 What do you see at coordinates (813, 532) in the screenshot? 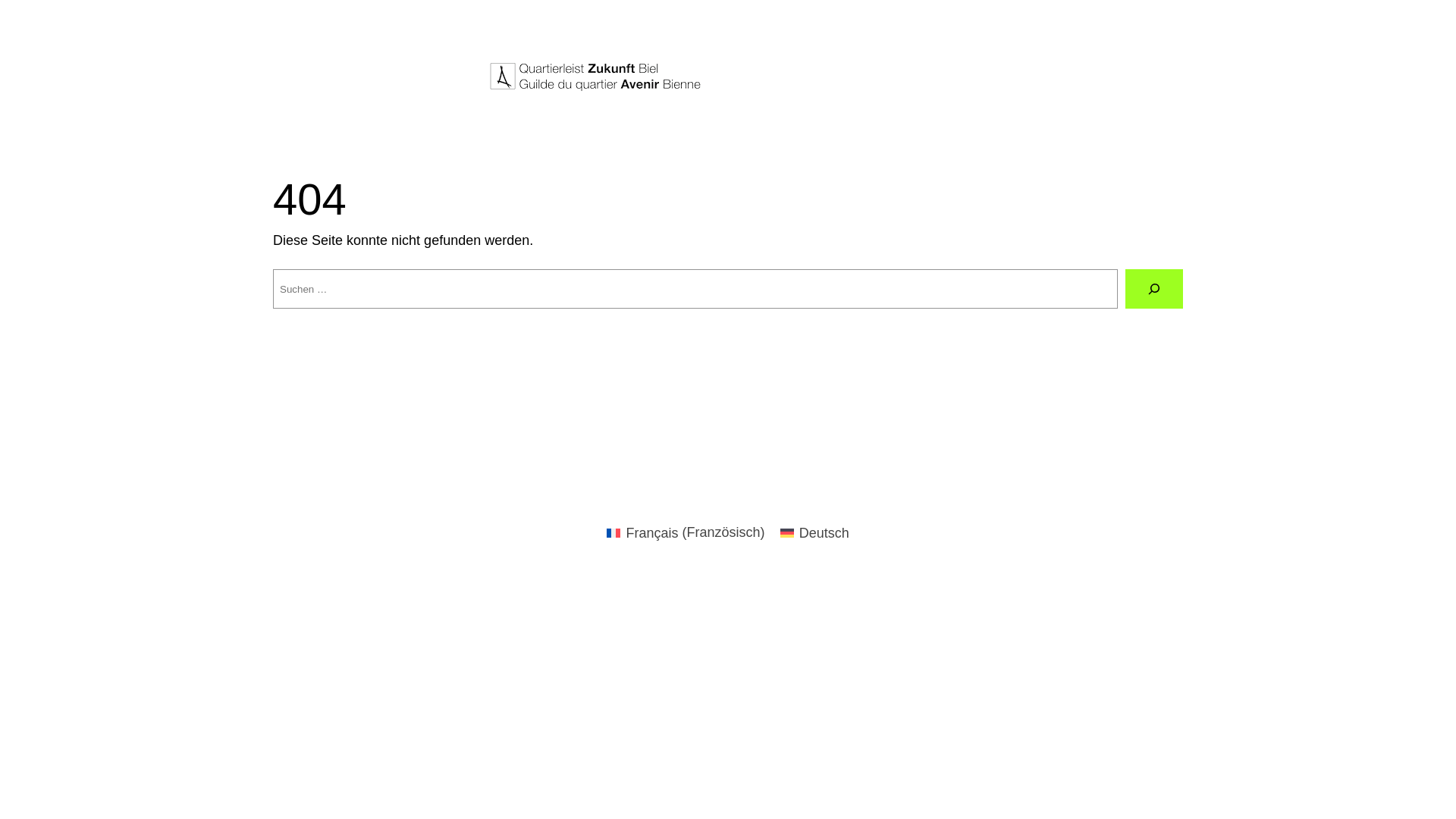
I see `'Deutsch'` at bounding box center [813, 532].